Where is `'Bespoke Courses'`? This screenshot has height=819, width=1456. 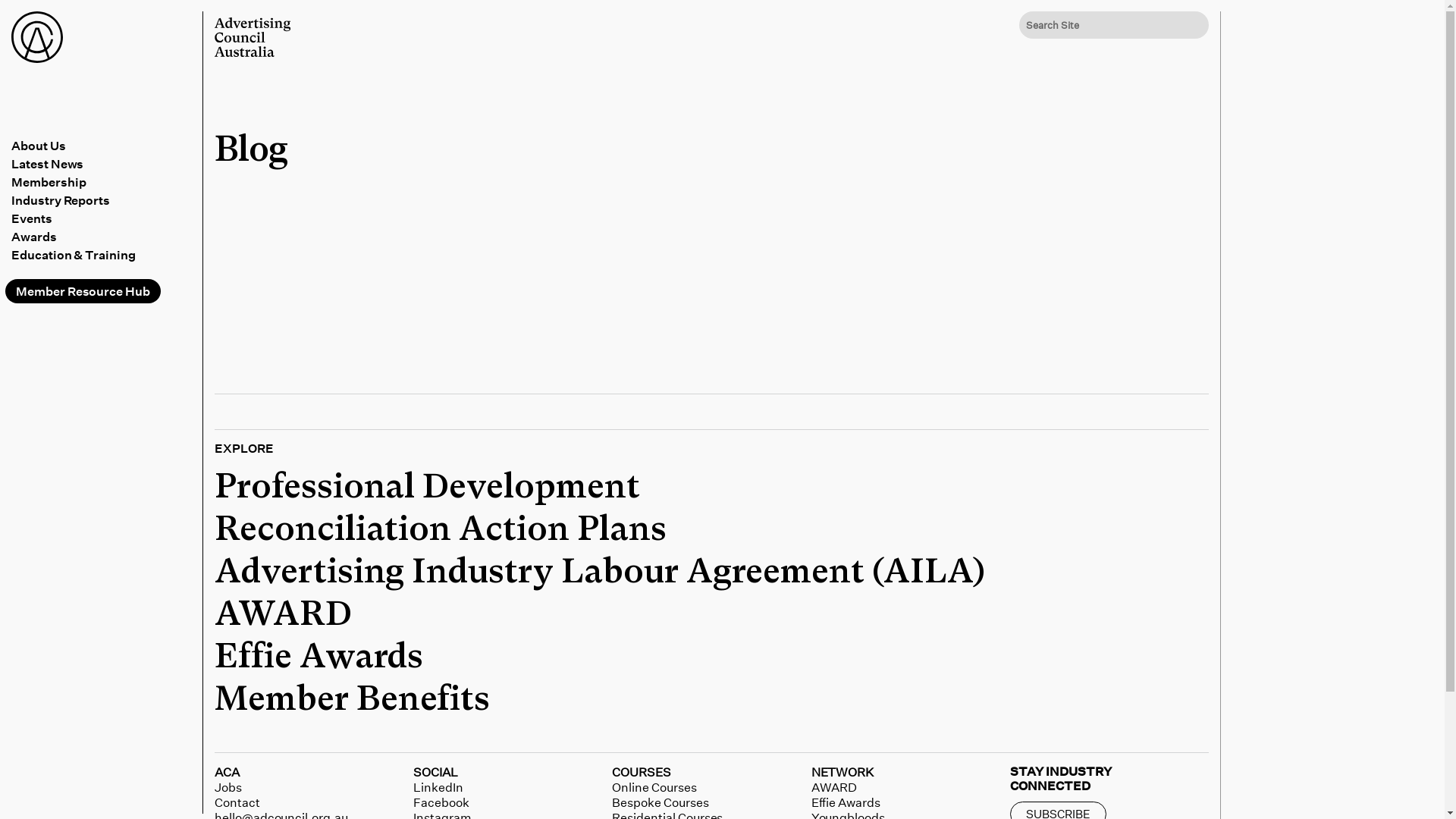 'Bespoke Courses' is located at coordinates (611, 801).